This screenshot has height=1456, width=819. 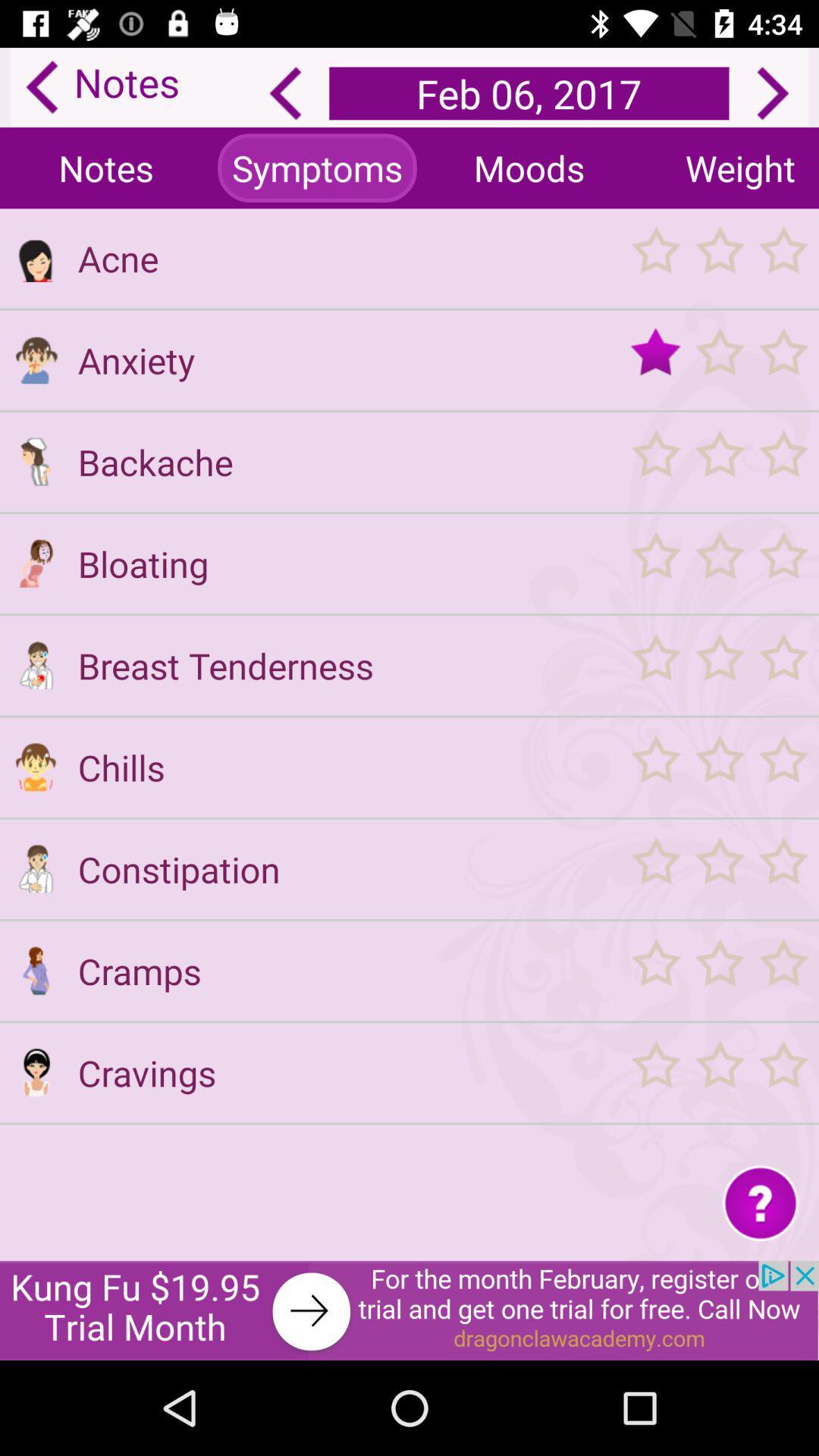 I want to click on rate by clicking stars, so click(x=718, y=971).